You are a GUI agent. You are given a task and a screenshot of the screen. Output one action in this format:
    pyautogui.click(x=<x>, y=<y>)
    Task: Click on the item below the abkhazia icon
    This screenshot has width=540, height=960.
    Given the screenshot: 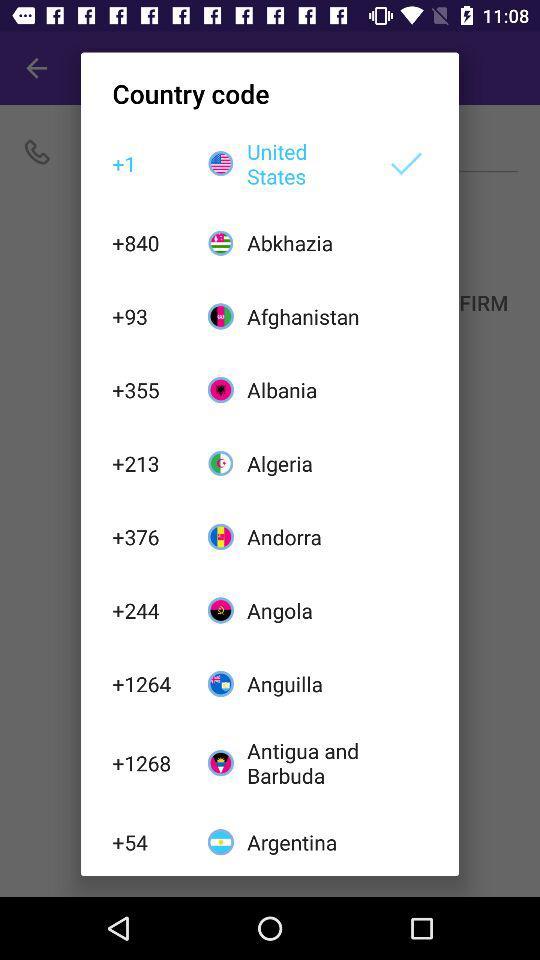 What is the action you would take?
    pyautogui.click(x=305, y=316)
    